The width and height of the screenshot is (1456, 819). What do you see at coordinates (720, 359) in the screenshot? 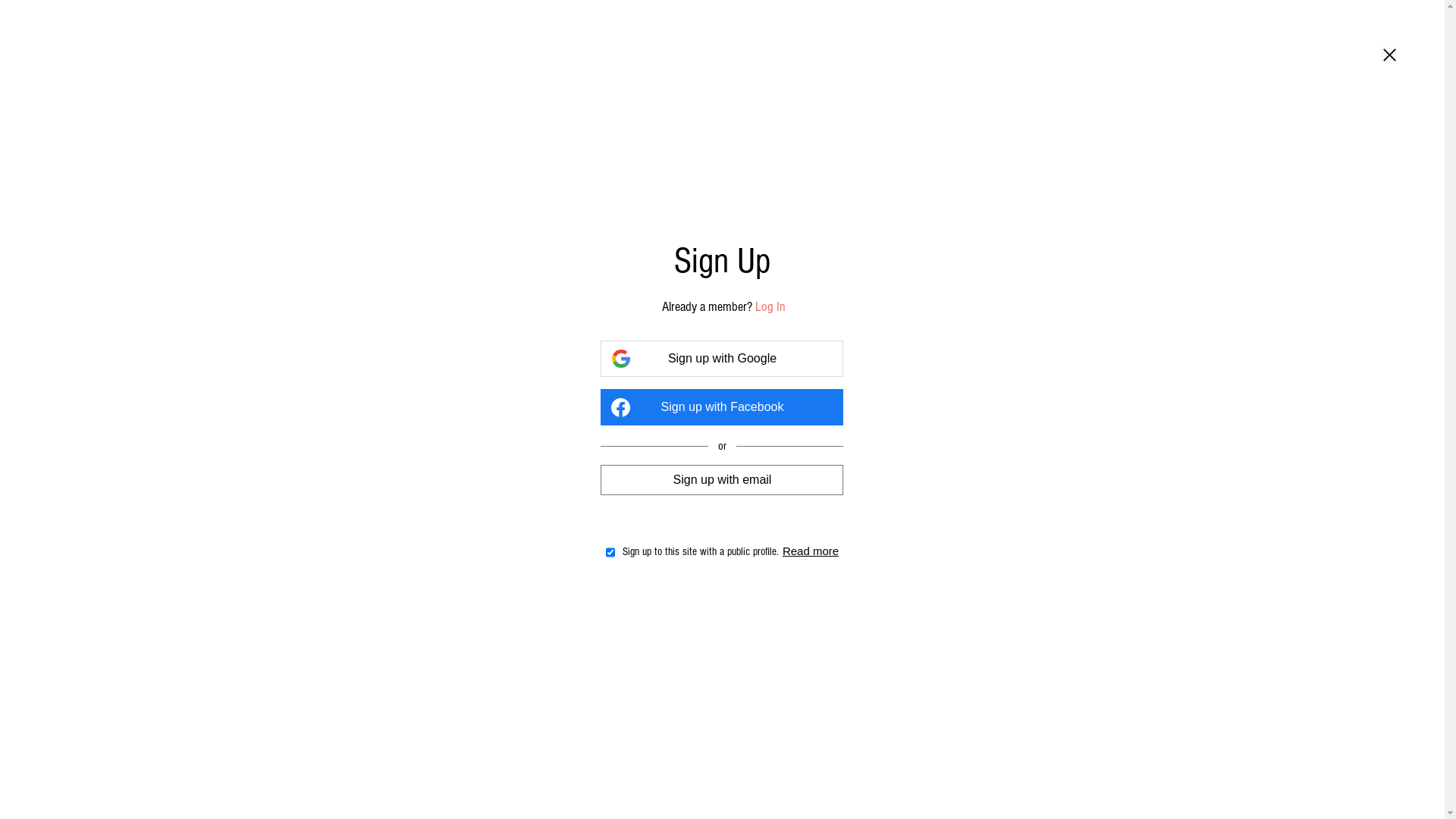
I see `'Sign up with Google'` at bounding box center [720, 359].